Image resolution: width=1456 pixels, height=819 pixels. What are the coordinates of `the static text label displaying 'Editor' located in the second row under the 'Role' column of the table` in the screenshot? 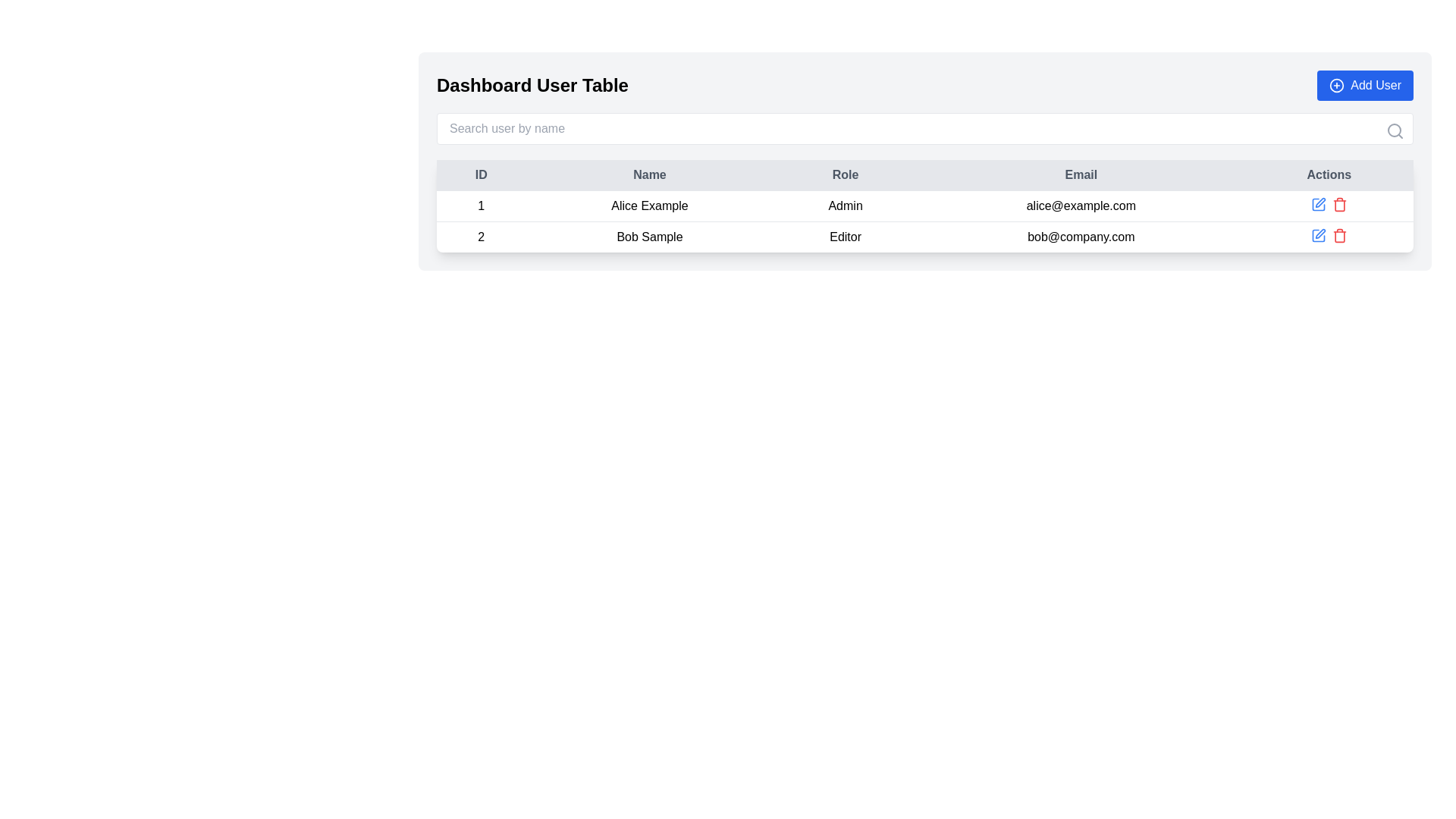 It's located at (845, 237).